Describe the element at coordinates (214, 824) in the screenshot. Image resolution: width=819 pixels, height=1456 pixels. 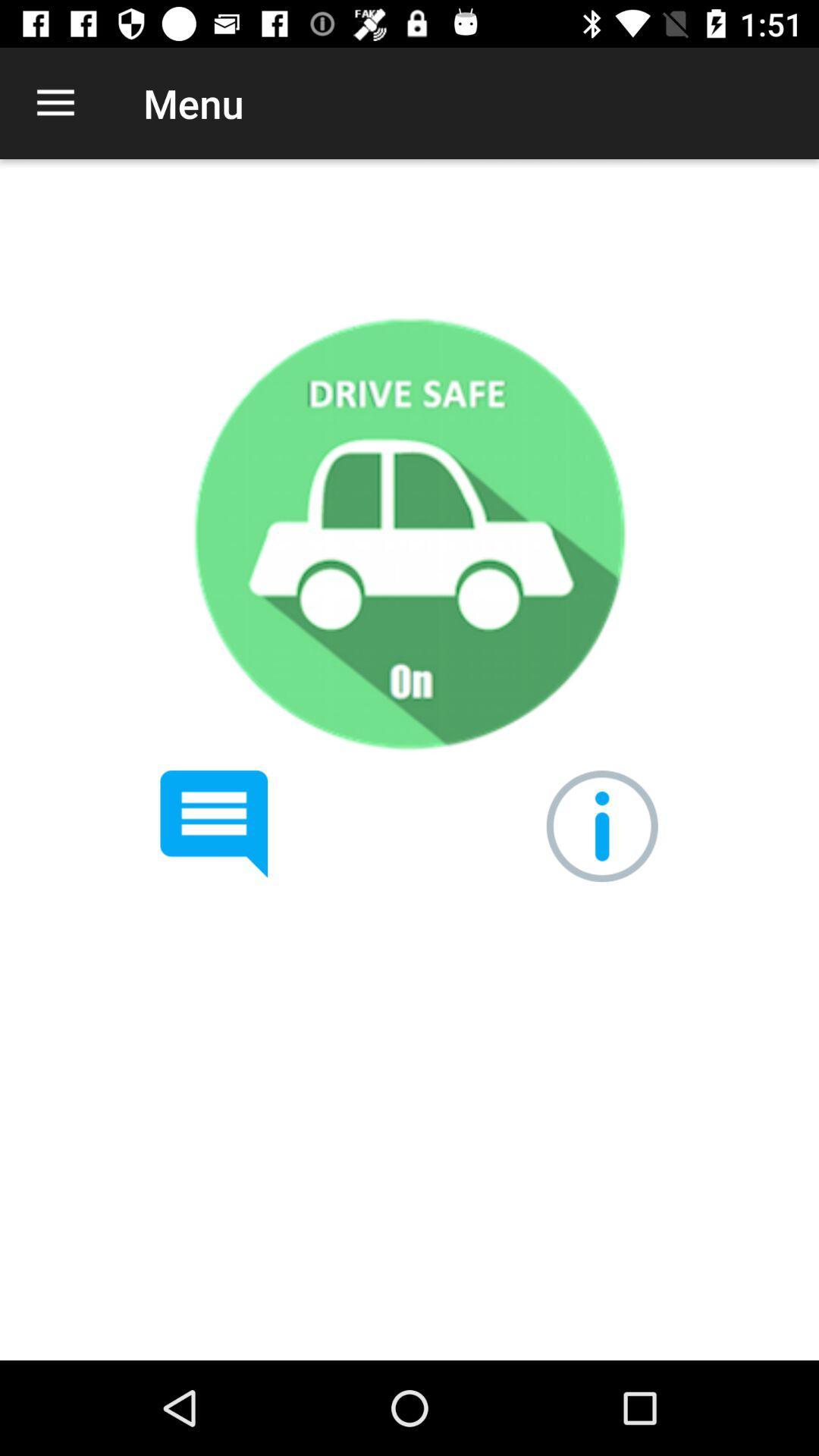
I see `the icon on the left` at that location.